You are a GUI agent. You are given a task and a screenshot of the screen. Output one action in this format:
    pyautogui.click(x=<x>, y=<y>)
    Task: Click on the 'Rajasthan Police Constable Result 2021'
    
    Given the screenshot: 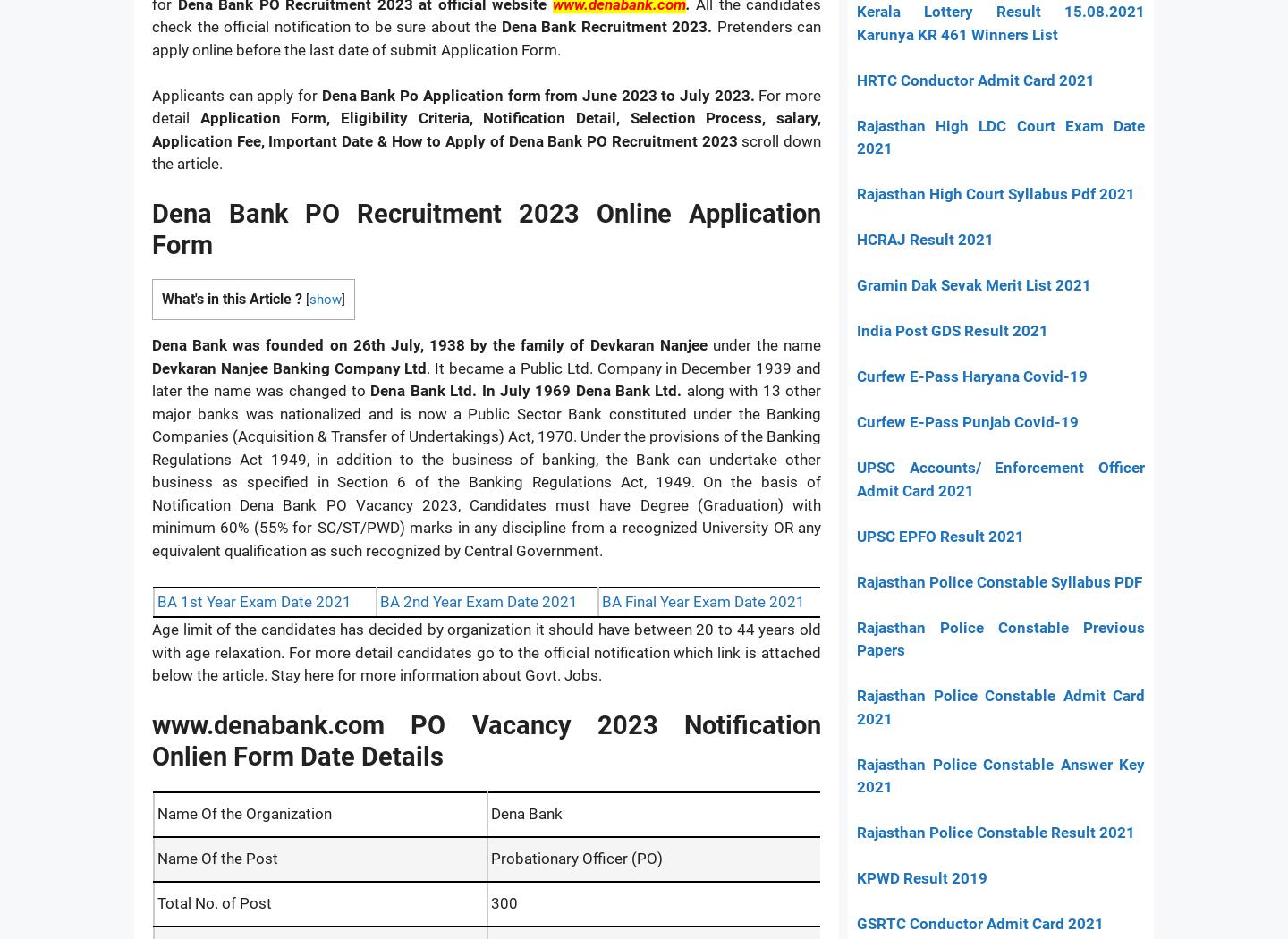 What is the action you would take?
    pyautogui.click(x=995, y=833)
    